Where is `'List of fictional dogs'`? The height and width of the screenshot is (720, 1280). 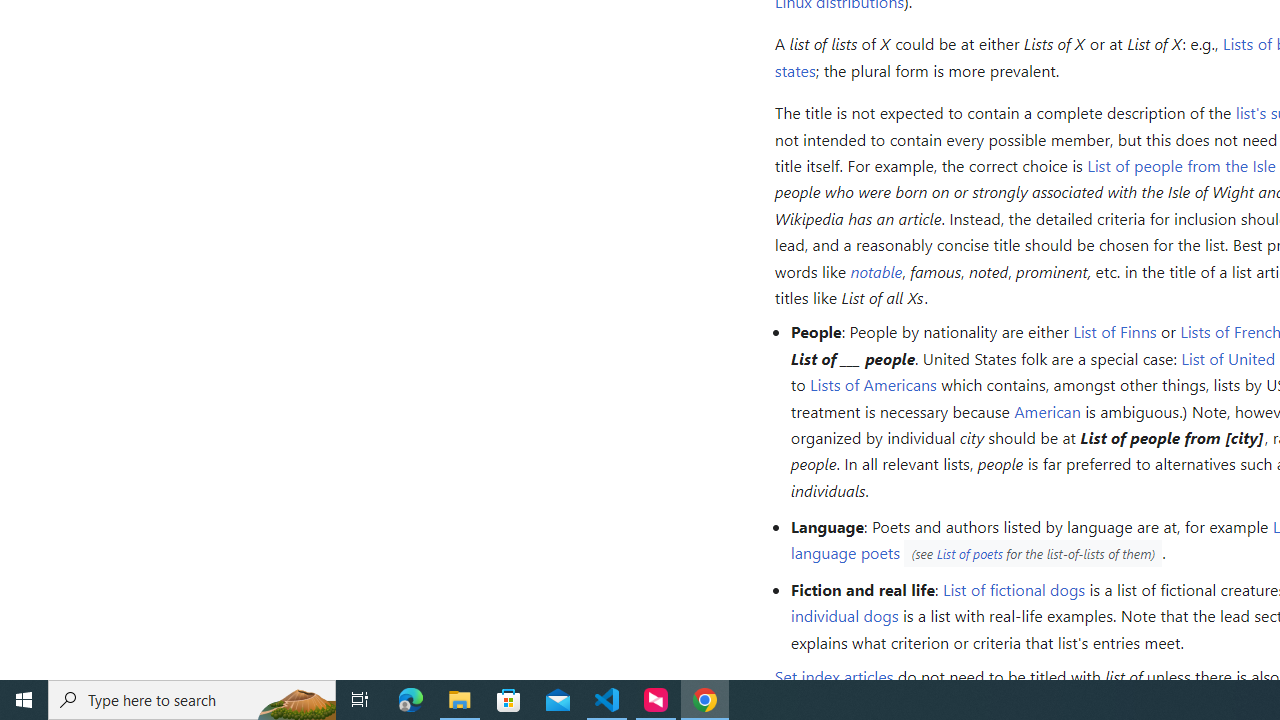
'List of fictional dogs' is located at coordinates (1013, 587).